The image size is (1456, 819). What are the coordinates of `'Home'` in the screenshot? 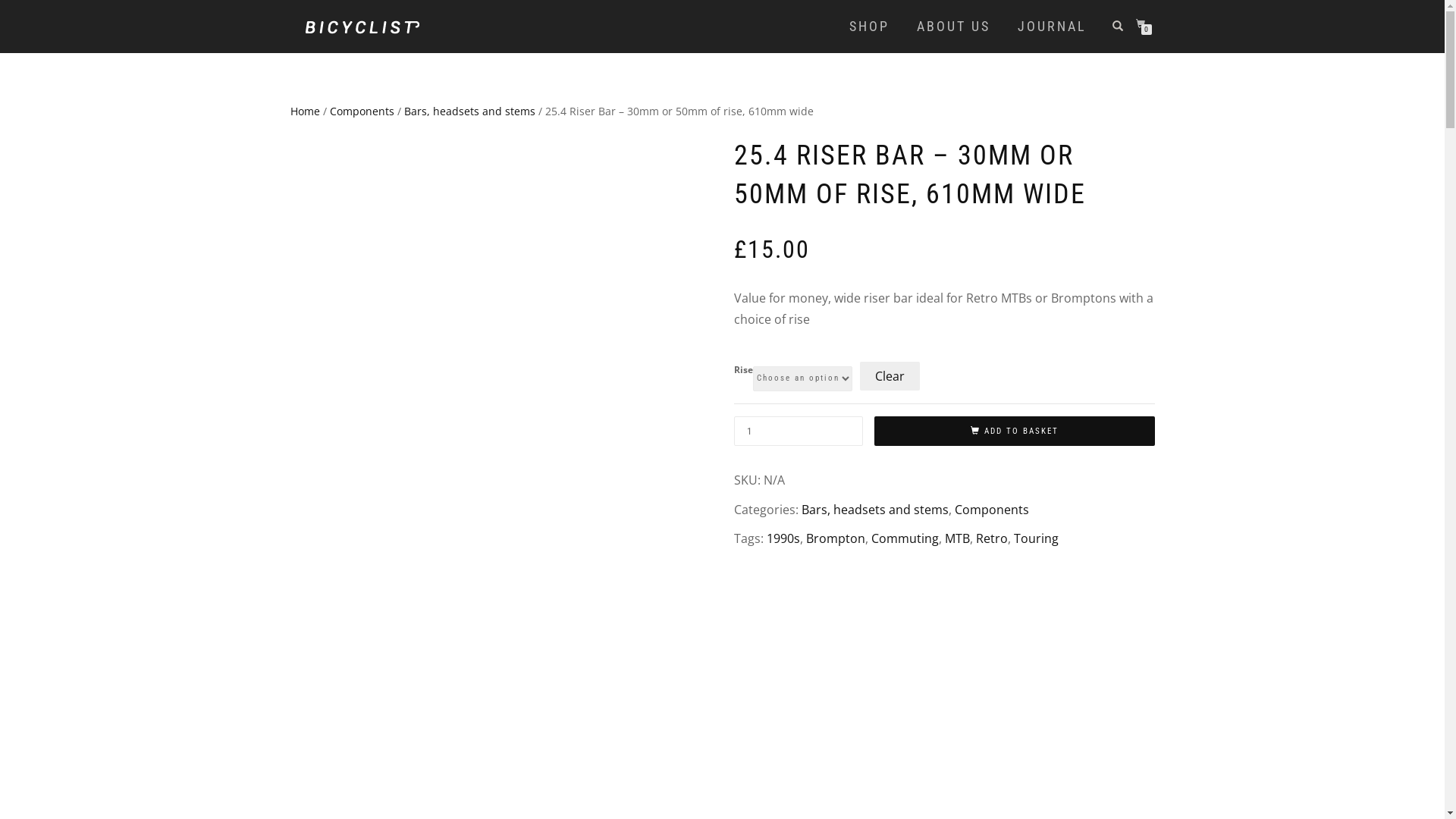 It's located at (290, 110).